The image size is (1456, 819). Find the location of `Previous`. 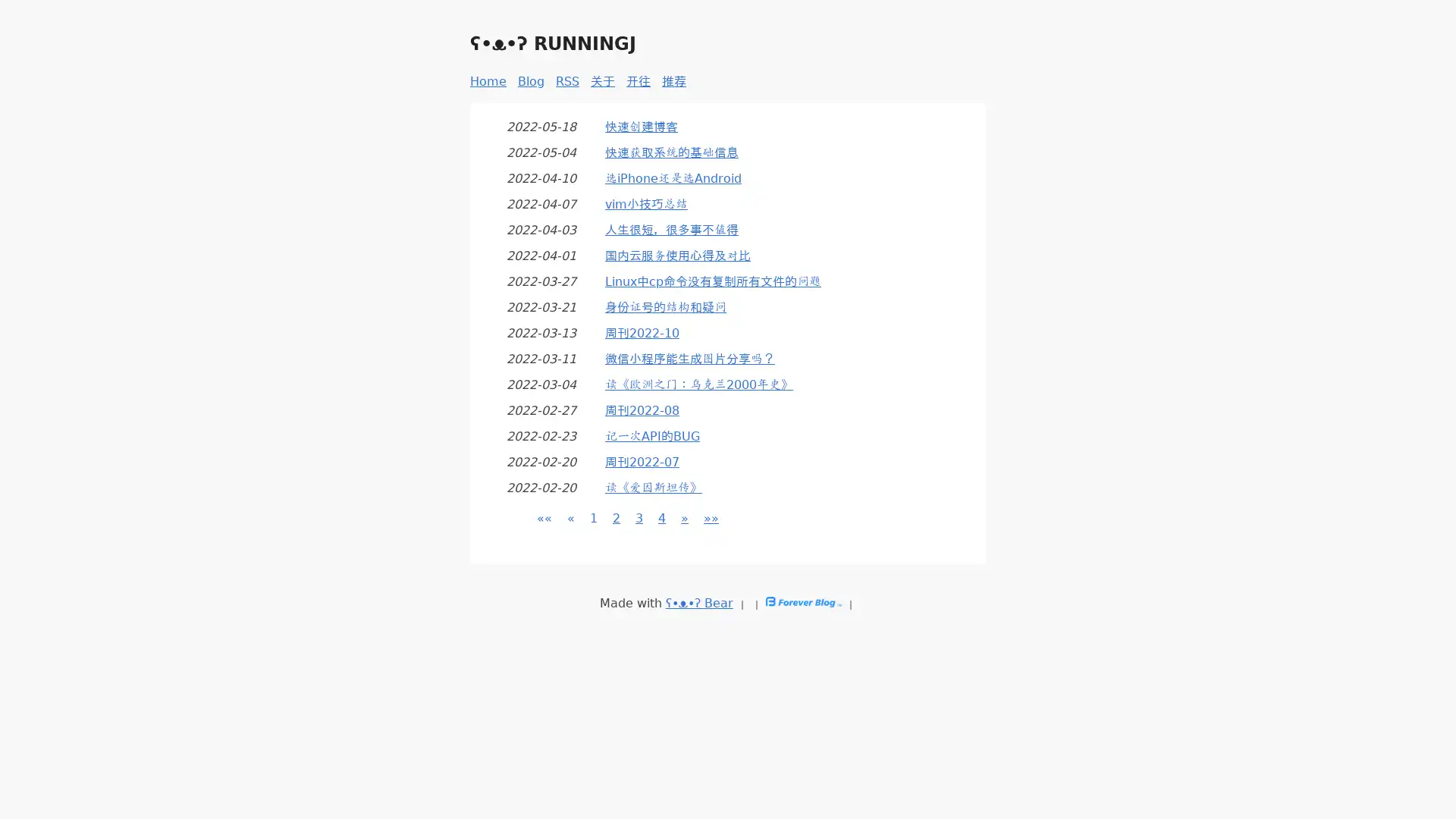

Previous is located at coordinates (570, 516).